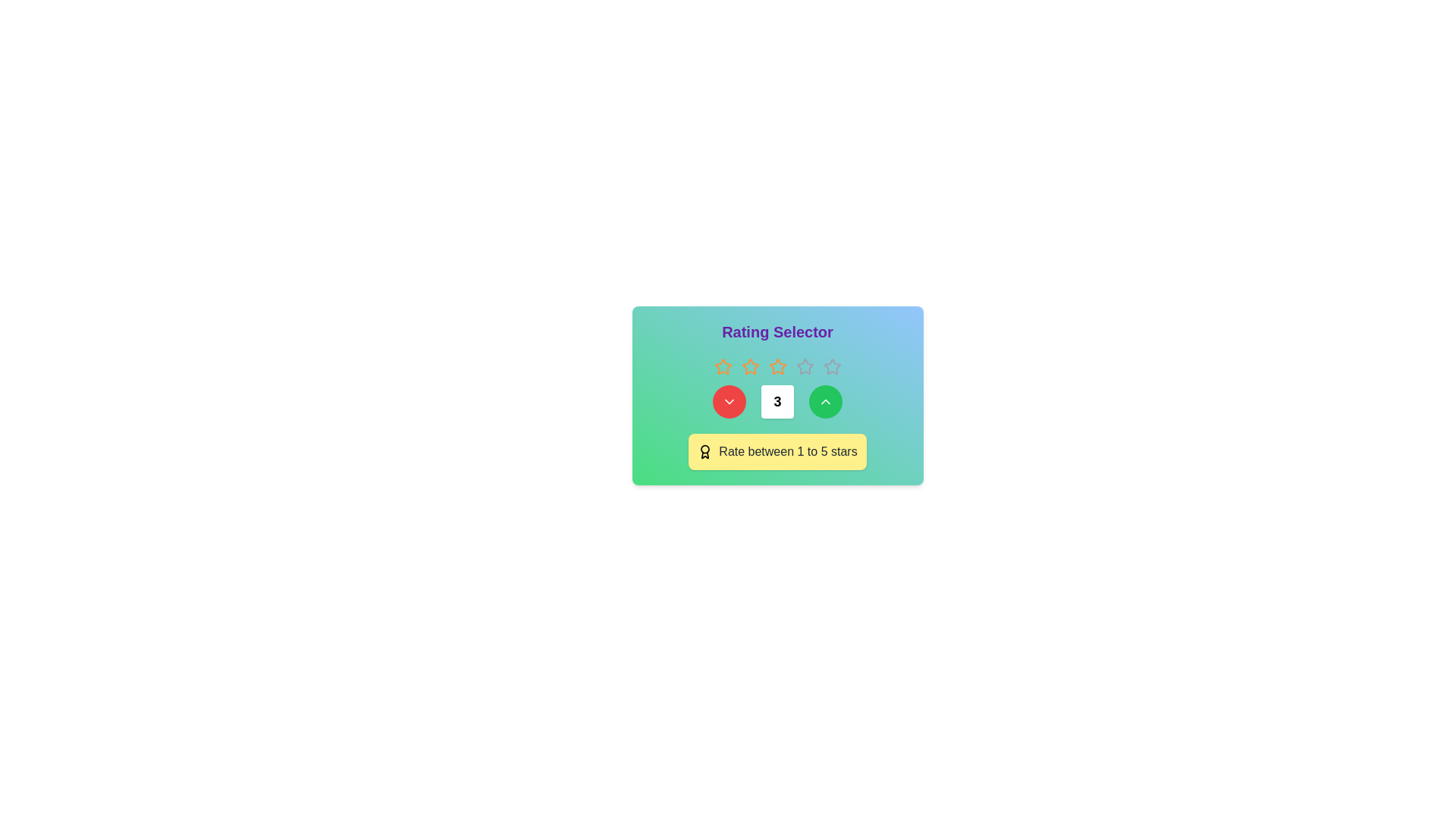 The height and width of the screenshot is (819, 1456). I want to click on displayed number from the numeric display box located centrally below the row of star icons, between the decrement button on the left and the increment button on the right, so click(777, 414).